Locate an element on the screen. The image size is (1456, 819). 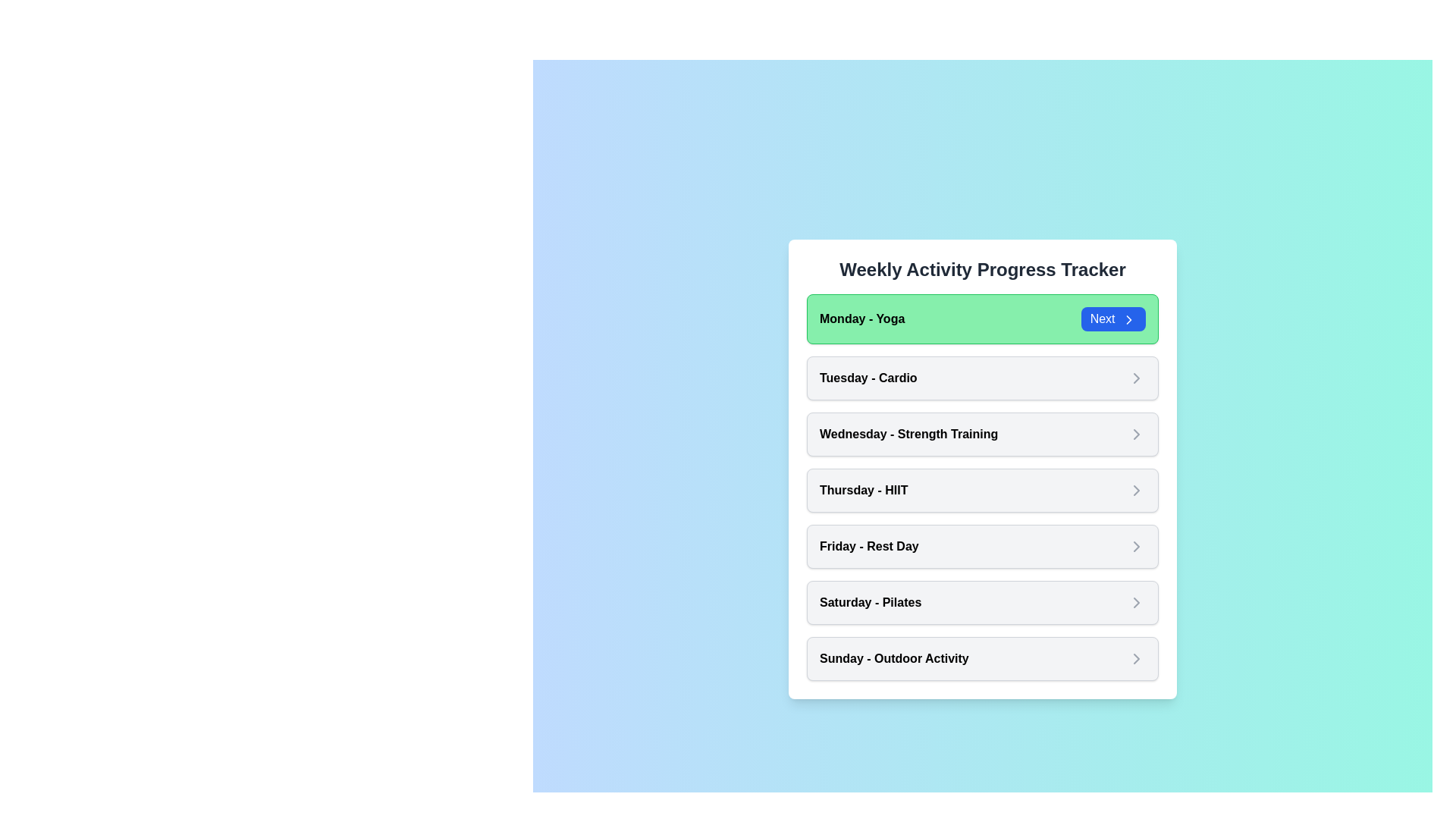
the gray chevron icon located at the far right of the 'Wednesday - Strength Training' list item is located at coordinates (1136, 435).